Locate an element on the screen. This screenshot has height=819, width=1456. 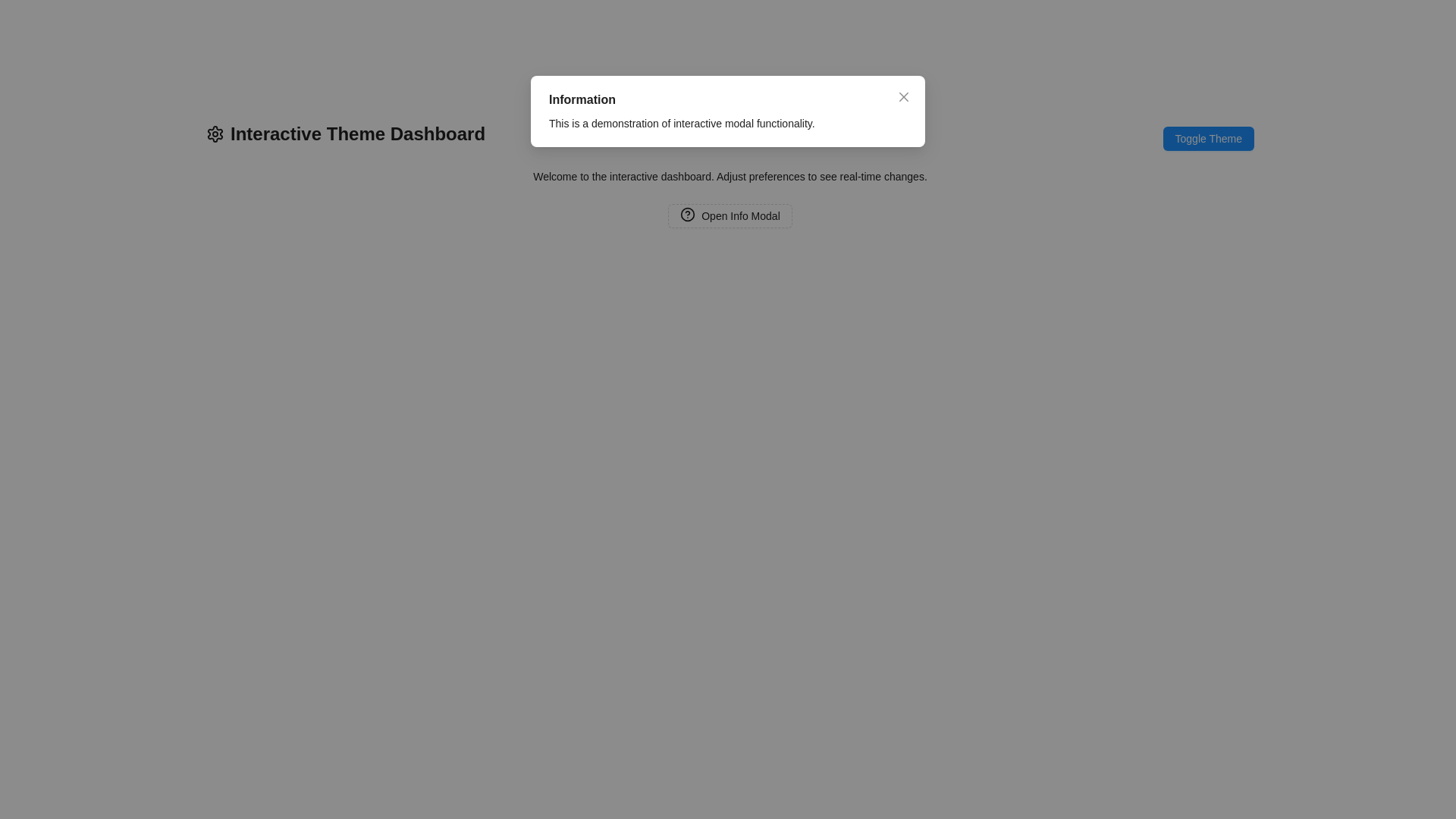
the gear icon with a circular border located to the left of the text 'Interactive Theme Dashboard' is located at coordinates (214, 133).